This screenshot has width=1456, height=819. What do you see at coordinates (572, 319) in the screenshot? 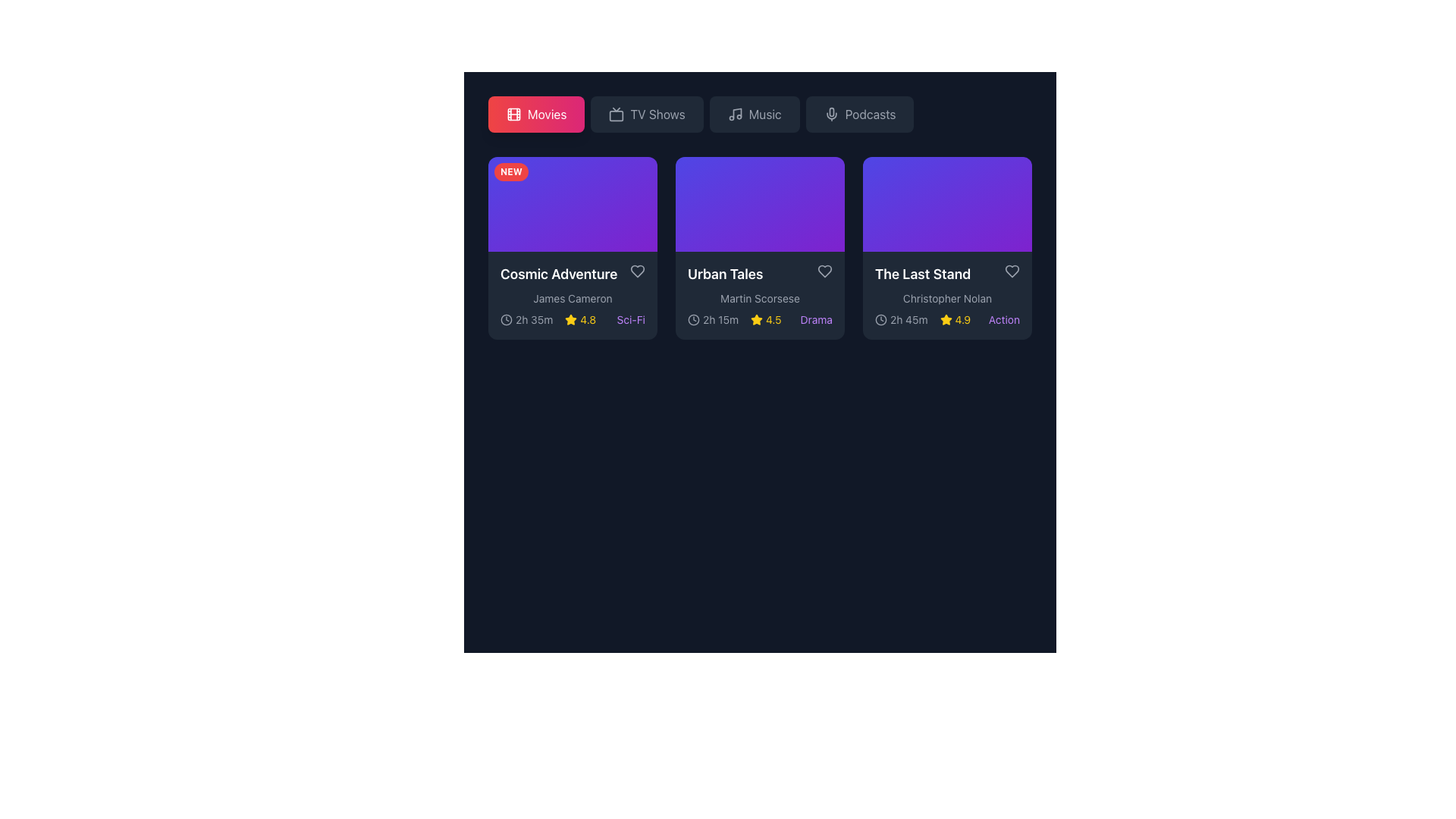
I see `the composite element displaying the text '2h 35m 4.8 Sci-Fi' with icons for additional details` at bounding box center [572, 319].